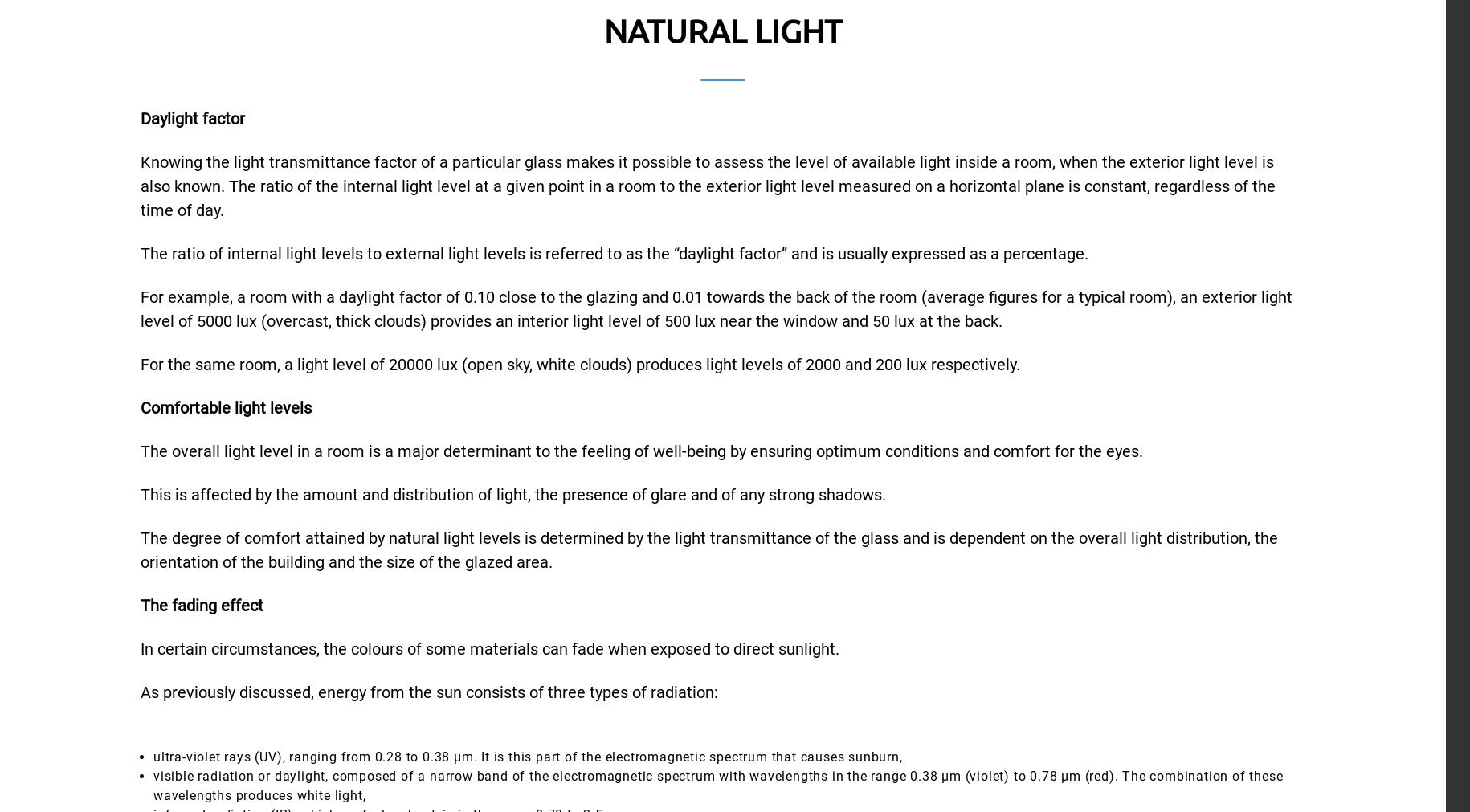 The width and height of the screenshot is (1470, 812). Describe the element at coordinates (716, 307) in the screenshot. I see `'For example, a room with a daylight factor of 0.10 close to the glazing and 0.01 towards the back of the room (average figures for a typical room), an exterior light level of 5000 lux (overcast, thick clouds) provides an interior light level of 500 lux near the window and 50 lux at the back.'` at that location.